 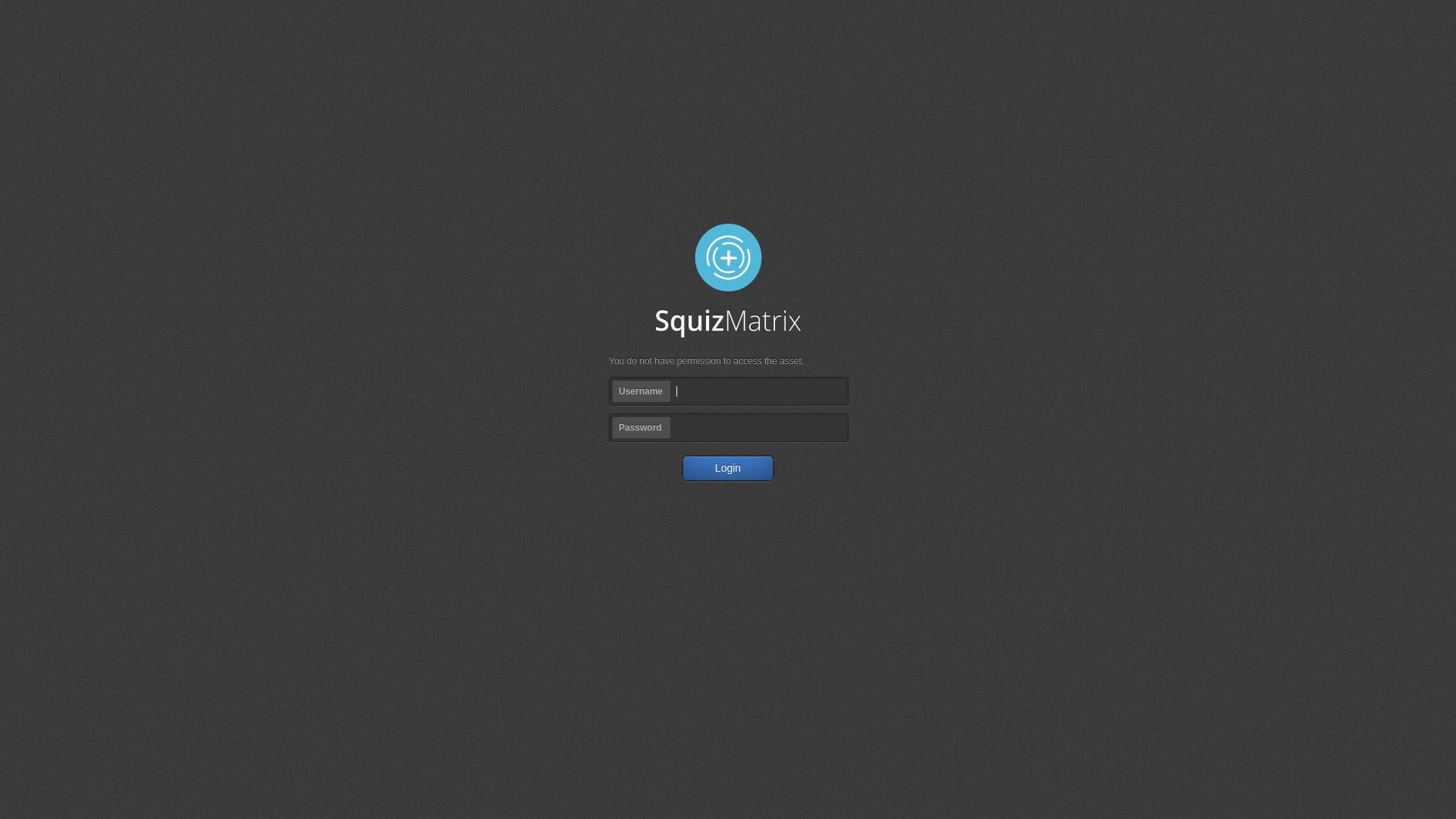 What do you see at coordinates (728, 467) in the screenshot?
I see `'Login'` at bounding box center [728, 467].